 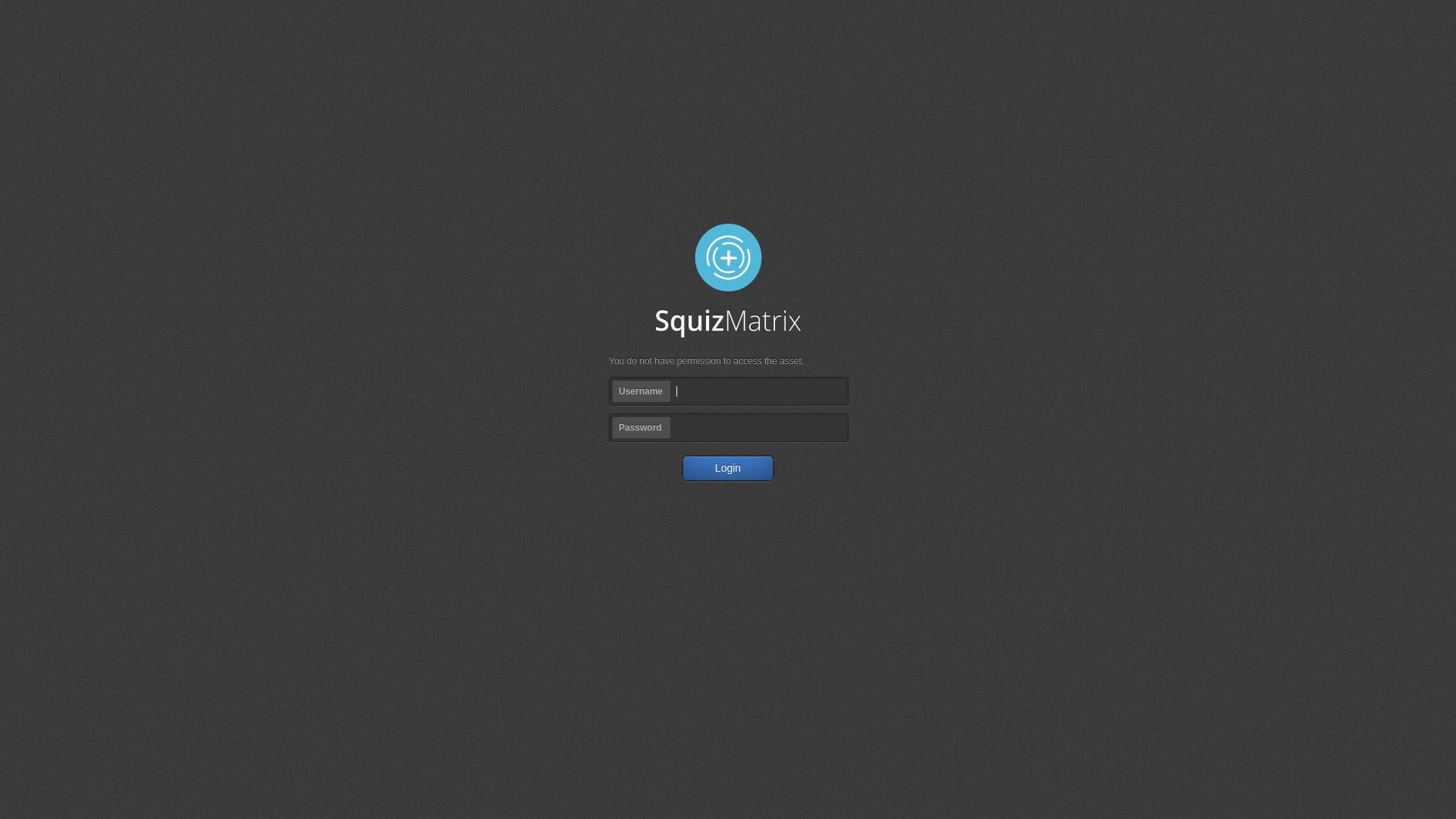 What do you see at coordinates (728, 467) in the screenshot?
I see `'Login'` at bounding box center [728, 467].